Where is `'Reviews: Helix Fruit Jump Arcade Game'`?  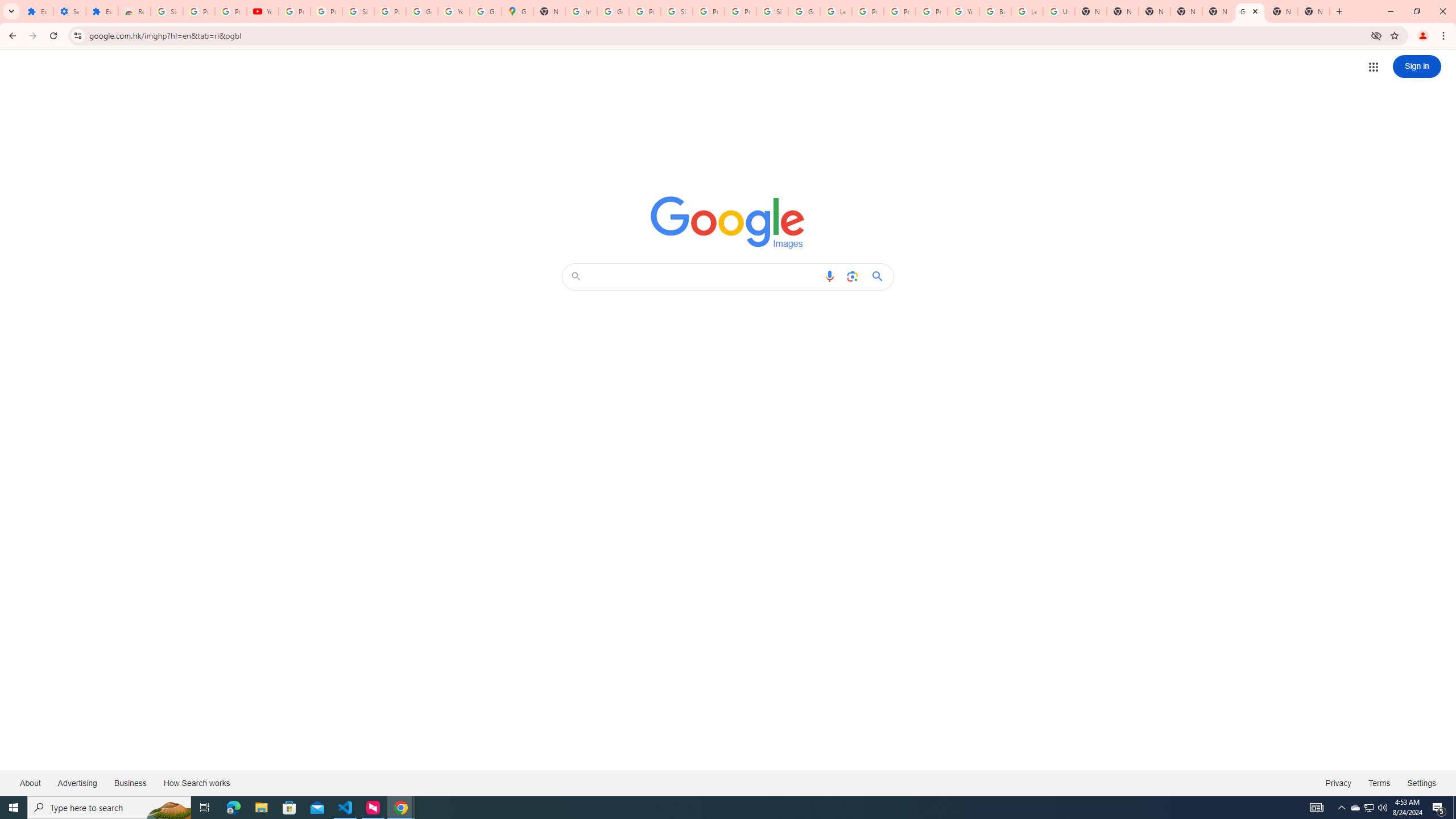
'Reviews: Helix Fruit Jump Arcade Game' is located at coordinates (134, 11).